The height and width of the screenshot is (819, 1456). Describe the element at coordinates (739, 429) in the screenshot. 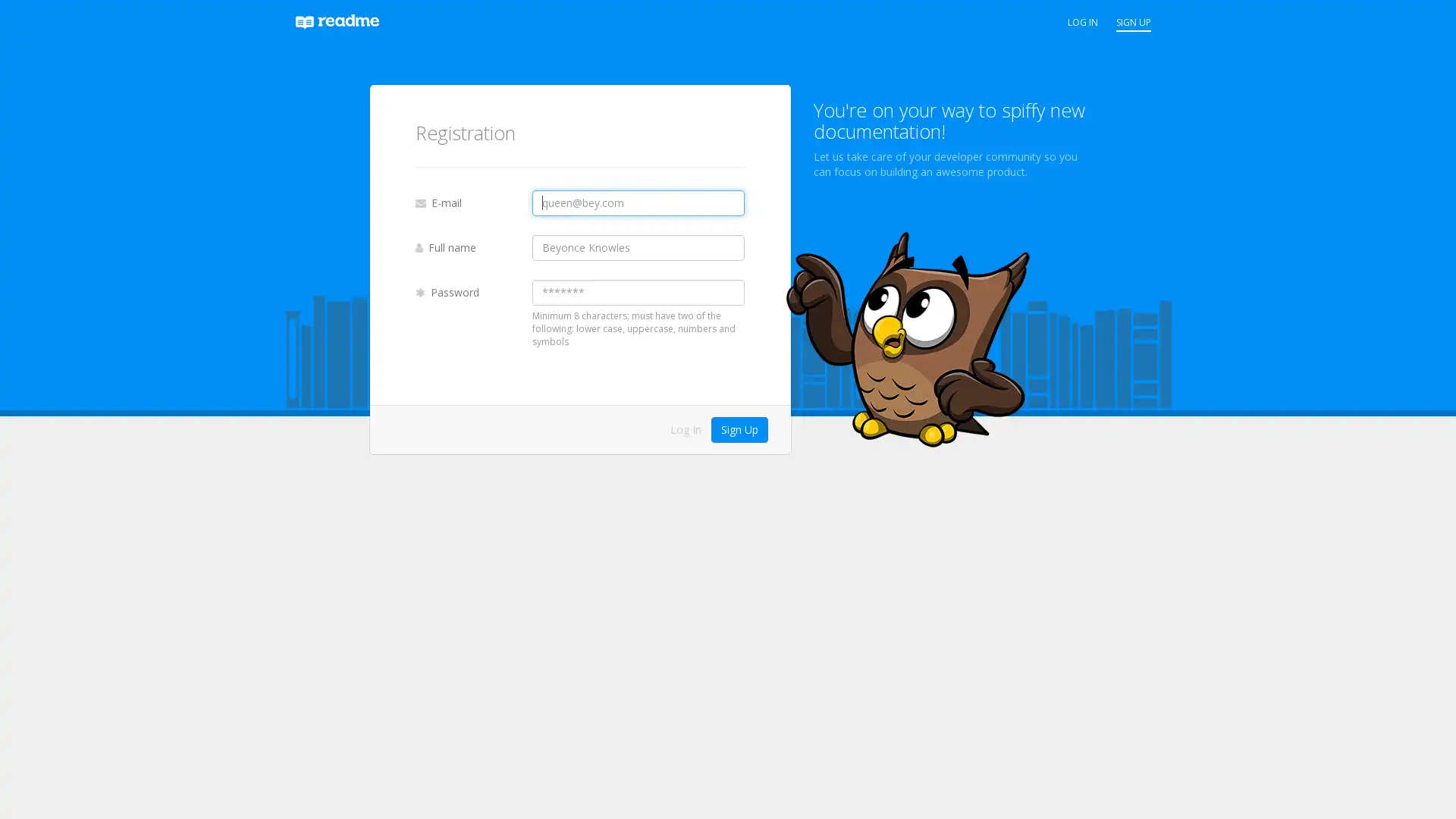

I see `Sign Up` at that location.